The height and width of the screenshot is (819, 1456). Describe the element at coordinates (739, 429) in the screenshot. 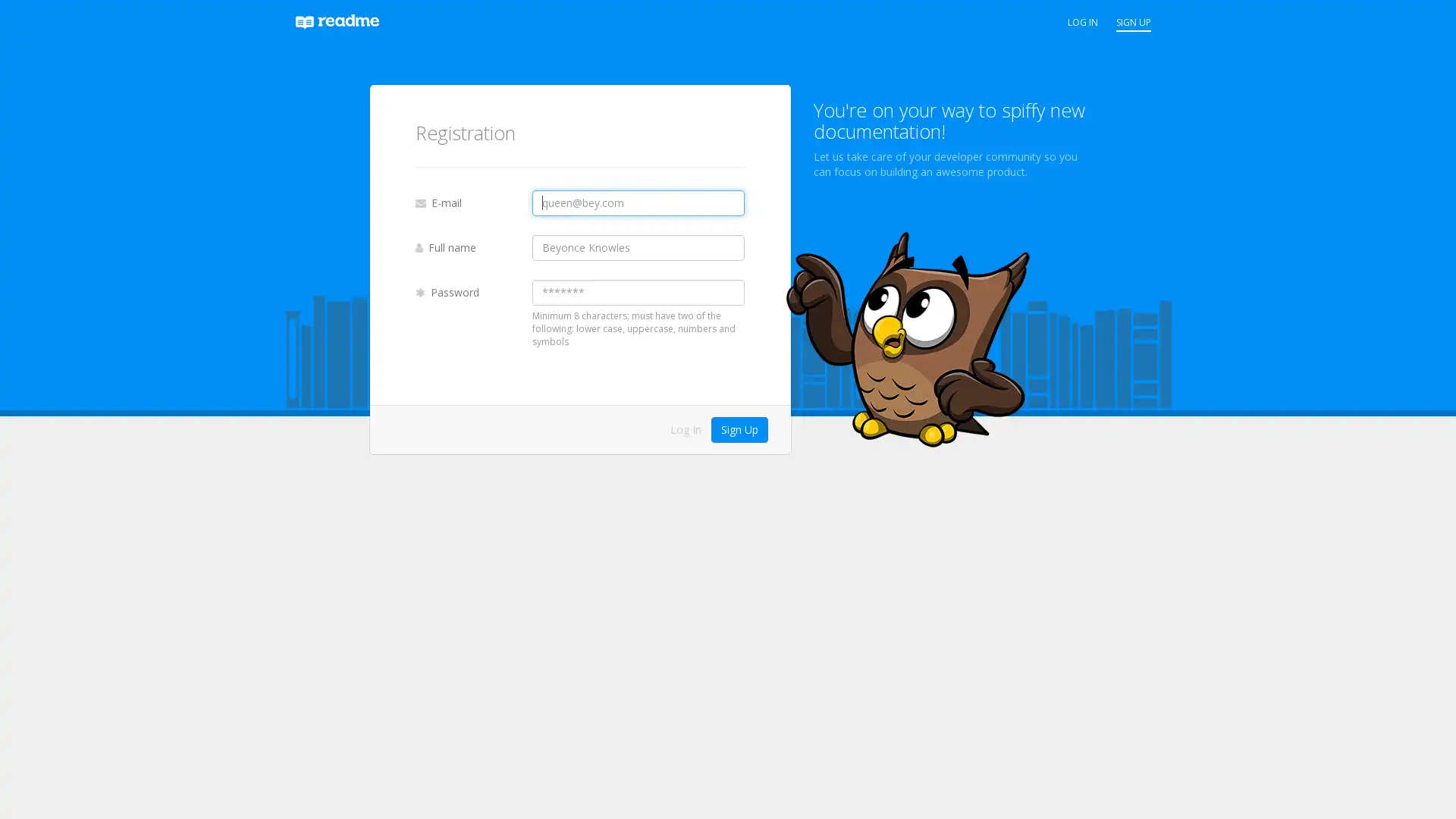

I see `Sign Up` at that location.